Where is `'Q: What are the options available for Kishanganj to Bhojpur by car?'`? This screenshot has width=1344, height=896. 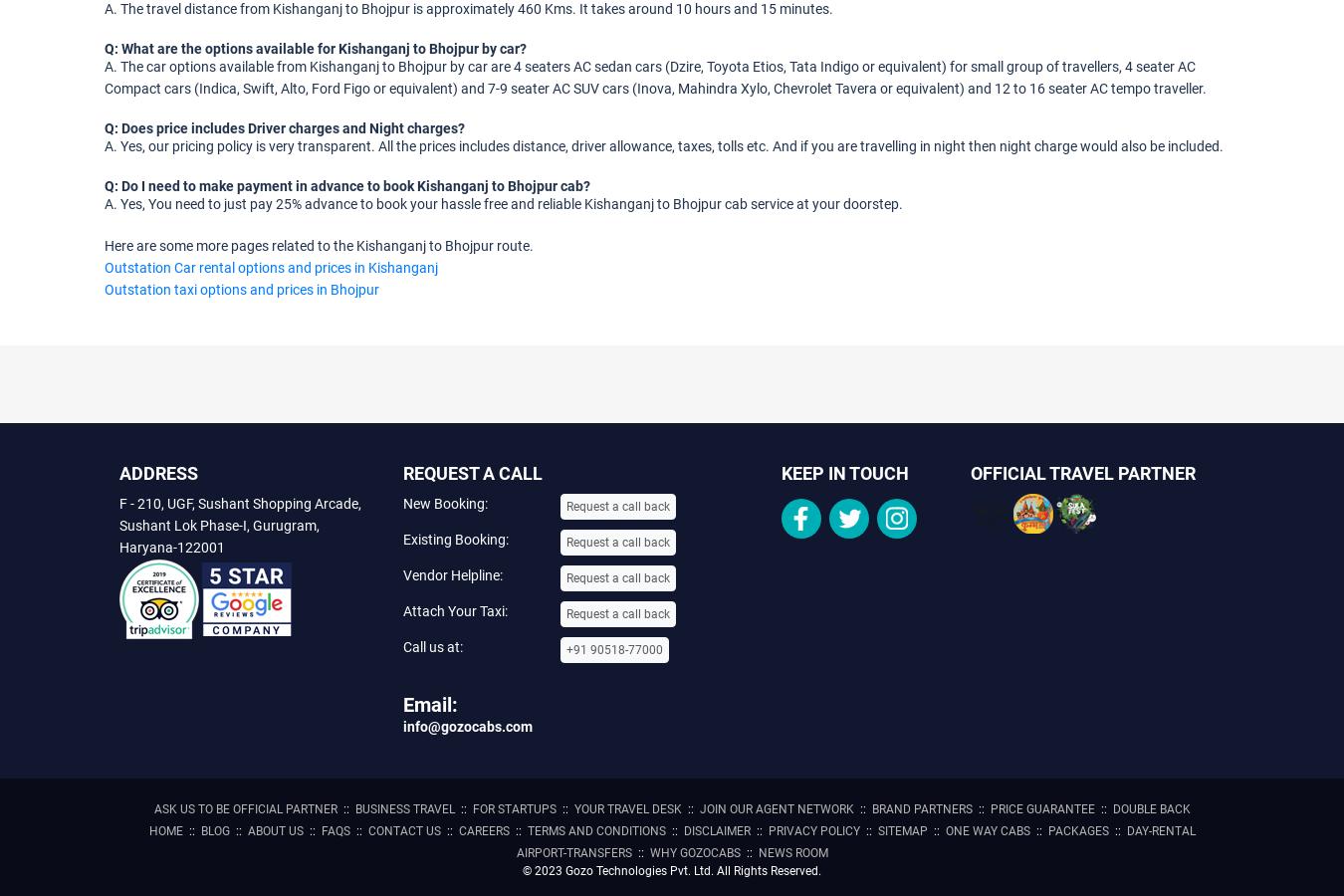 'Q: What are the options available for Kishanganj to Bhojpur by car?' is located at coordinates (314, 46).